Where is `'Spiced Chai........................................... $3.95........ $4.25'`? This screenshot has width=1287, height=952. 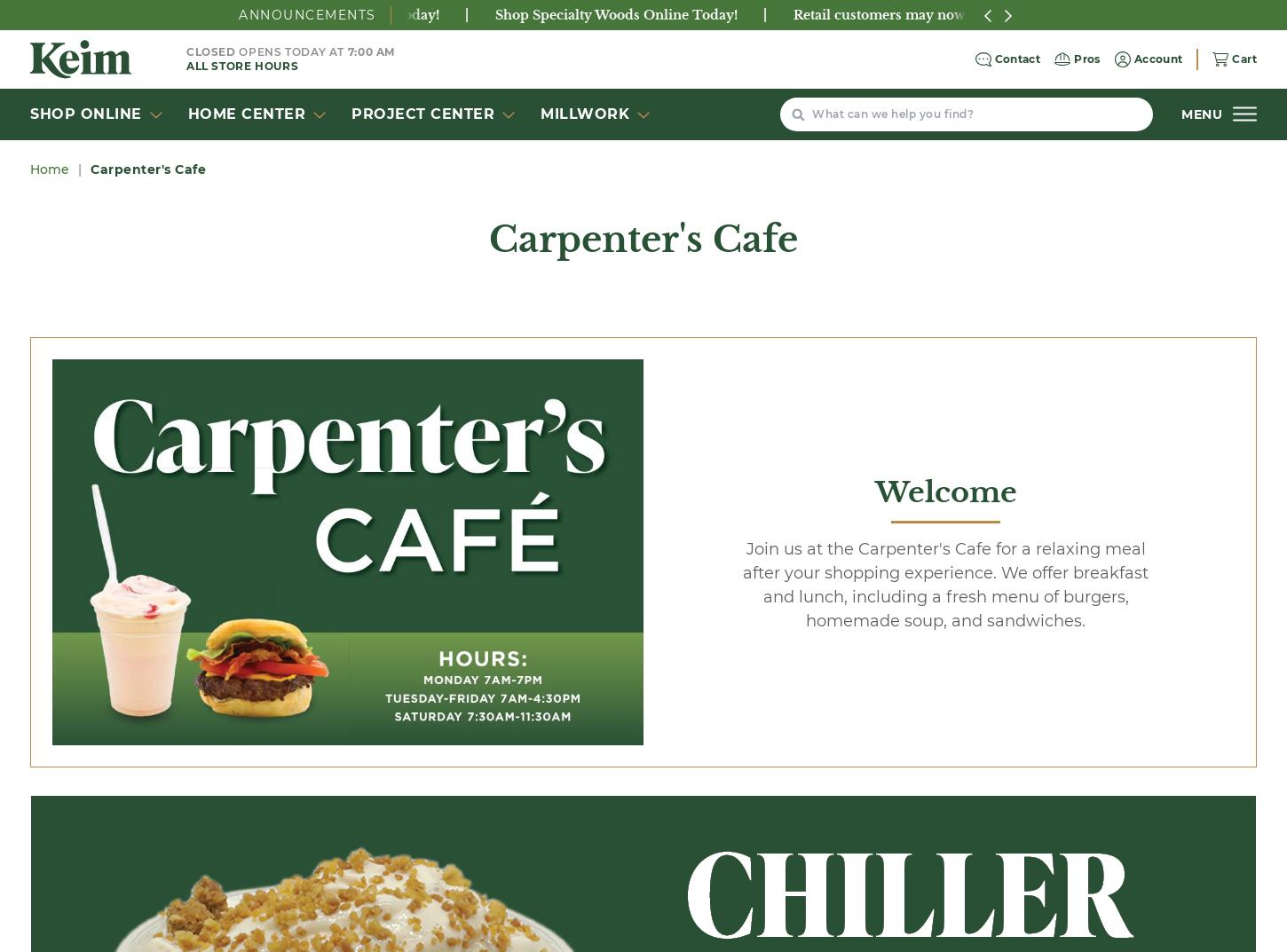 'Spiced Chai........................................... $3.95........ $4.25' is located at coordinates (234, 843).